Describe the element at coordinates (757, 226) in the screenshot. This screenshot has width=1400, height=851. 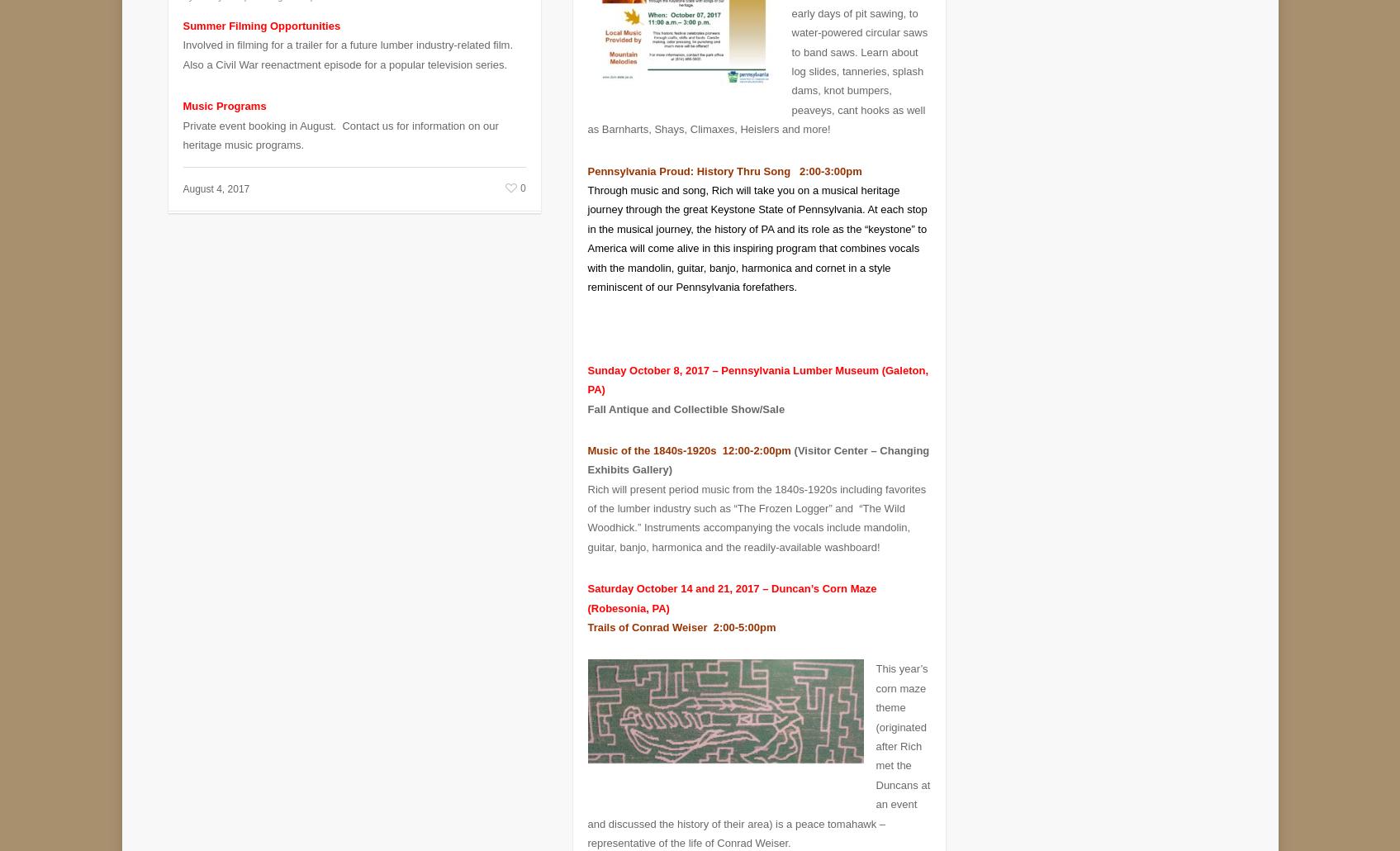
I see `'Through music and song, Rich will take you on a musical heritage journey through the great Keystone State of Pennsylvania. At each stop in the musical journey, the history of PA and its role as the “keystone” to America will come alive in this inspiring program that combines vocals with the mandolin, guitar, banjo, harmonica and cornet in a style reminiscent of our Pennsylvania forefathers.'` at that location.